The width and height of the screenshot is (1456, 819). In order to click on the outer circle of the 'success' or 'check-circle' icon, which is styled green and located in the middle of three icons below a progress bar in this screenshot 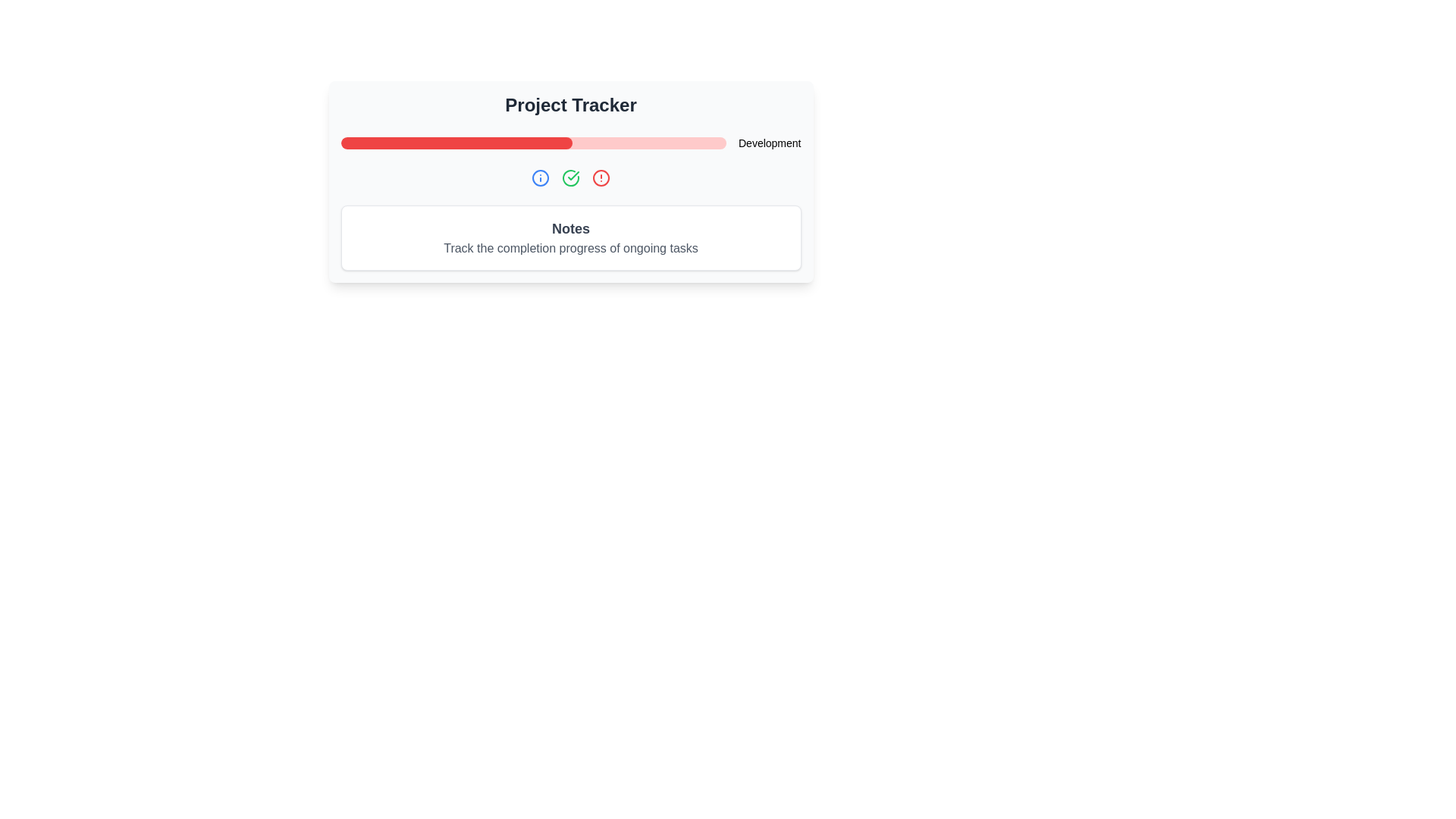, I will do `click(570, 177)`.